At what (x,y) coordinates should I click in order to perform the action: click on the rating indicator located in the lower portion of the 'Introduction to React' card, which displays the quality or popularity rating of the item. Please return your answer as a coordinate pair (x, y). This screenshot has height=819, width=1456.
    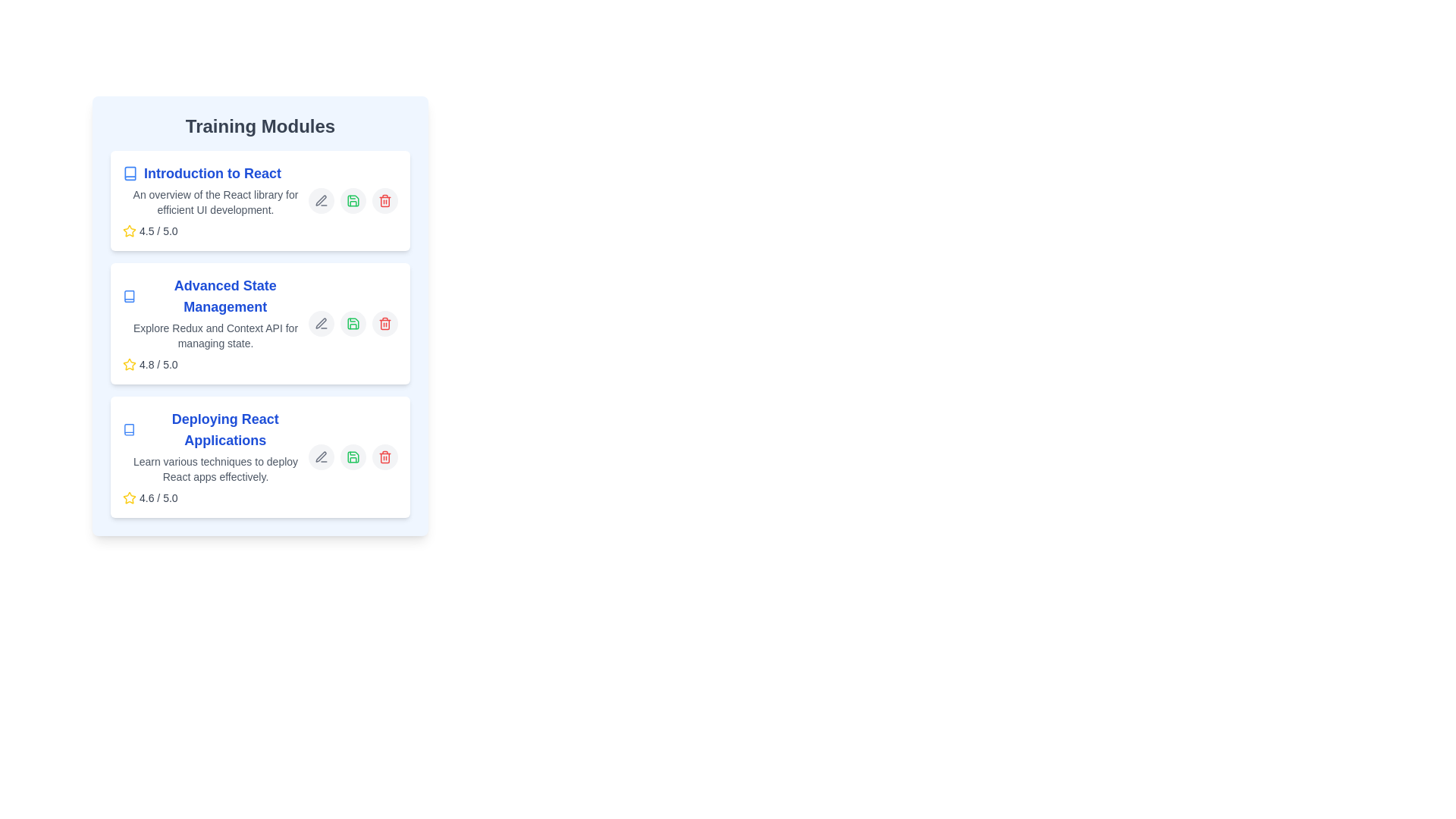
    Looking at the image, I should click on (215, 231).